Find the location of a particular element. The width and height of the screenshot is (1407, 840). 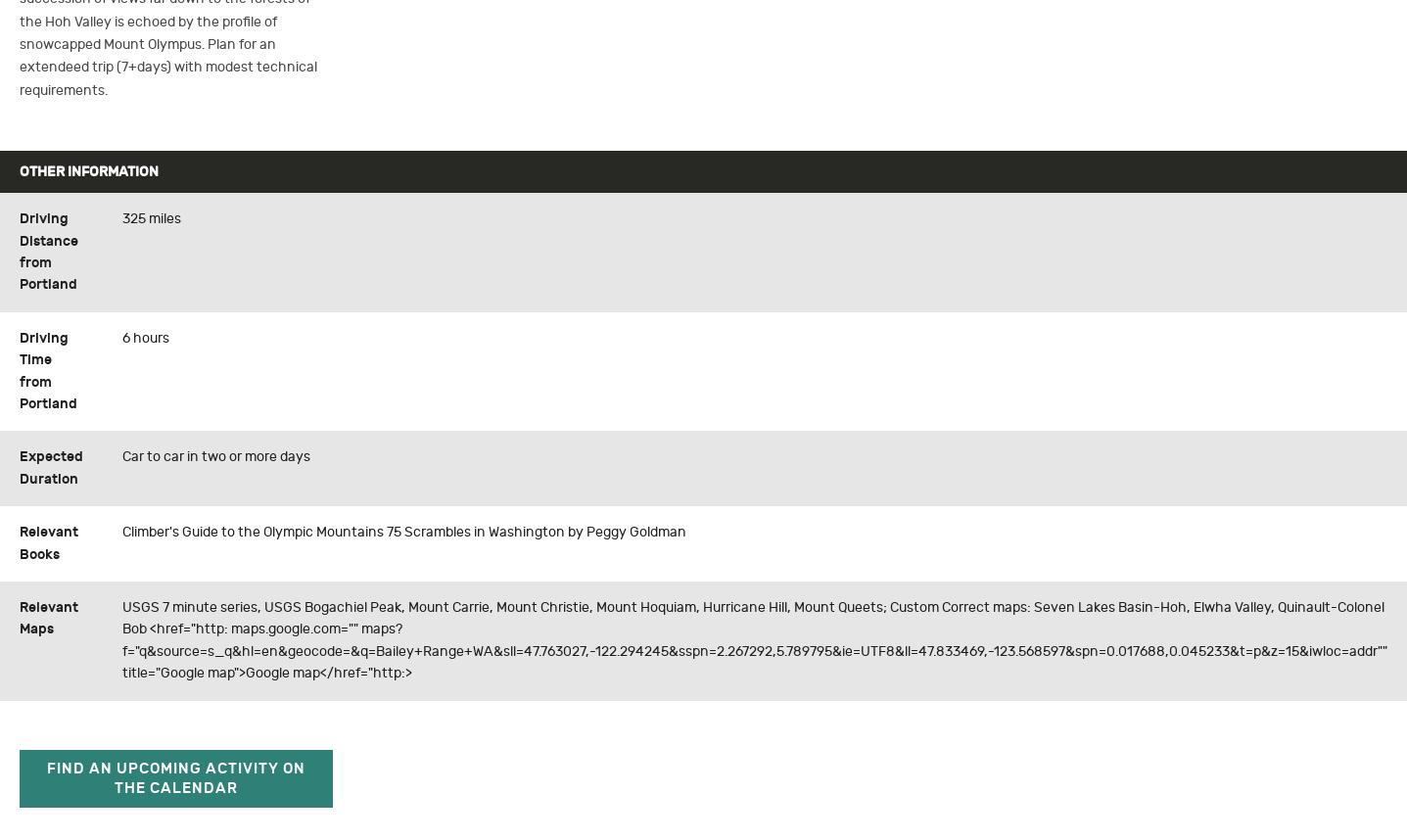

'Expected Duration' is located at coordinates (50, 466).